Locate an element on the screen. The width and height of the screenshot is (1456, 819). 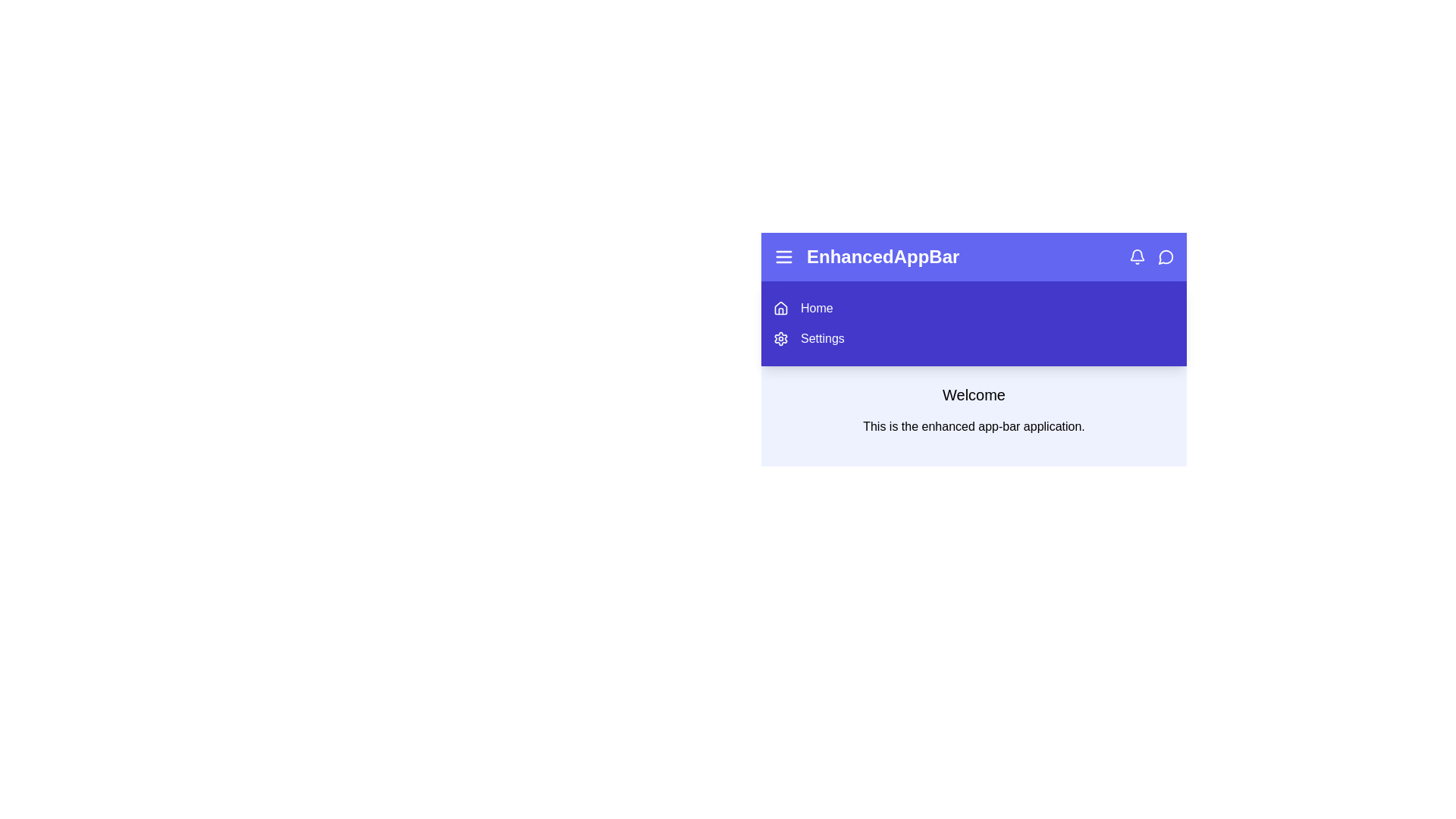
the header text 'EnhancedAppBar' is located at coordinates (883, 256).